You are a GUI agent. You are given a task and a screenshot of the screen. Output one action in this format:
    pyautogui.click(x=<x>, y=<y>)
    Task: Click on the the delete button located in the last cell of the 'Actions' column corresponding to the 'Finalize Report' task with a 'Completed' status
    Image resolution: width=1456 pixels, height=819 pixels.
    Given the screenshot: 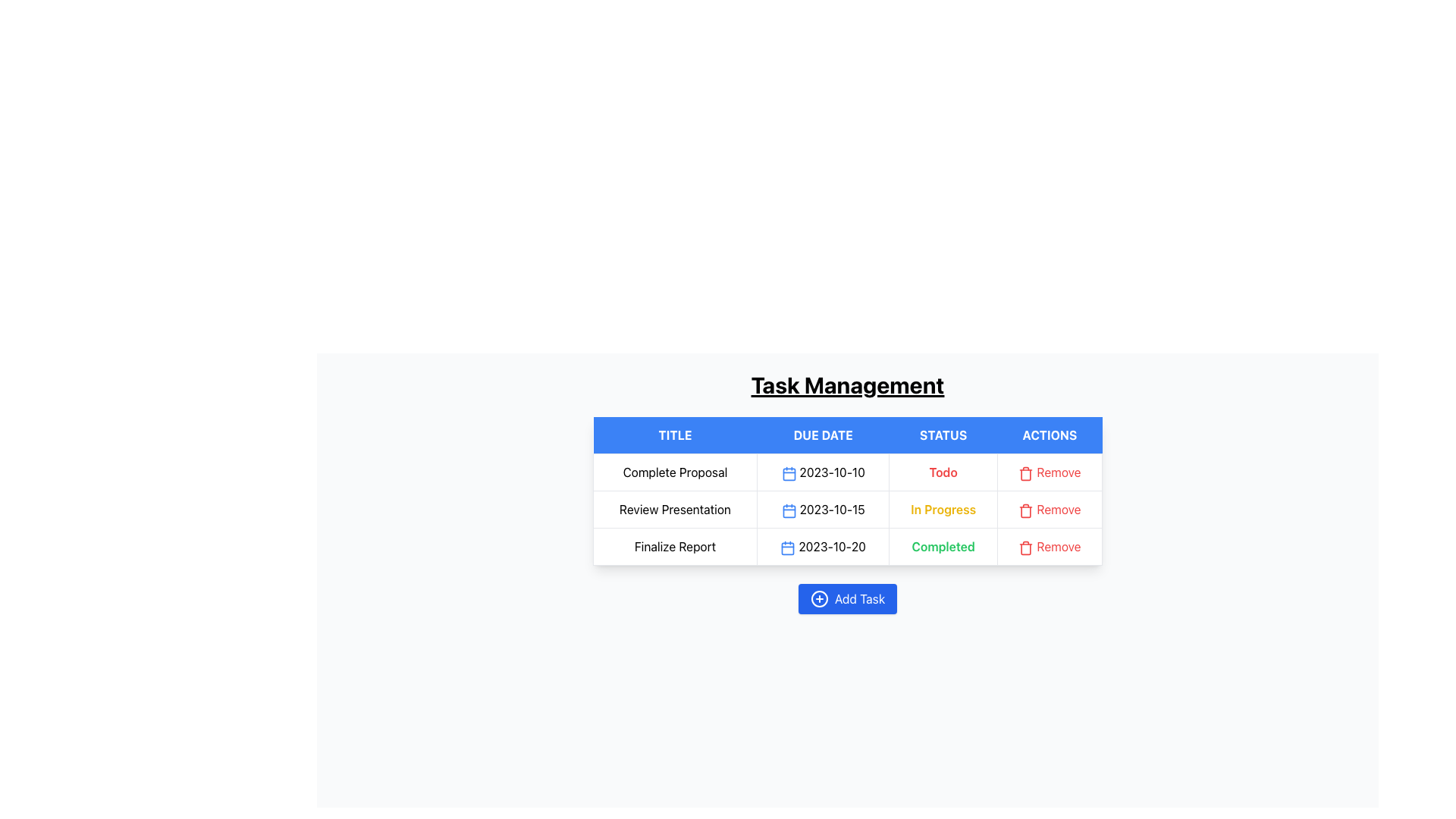 What is the action you would take?
    pyautogui.click(x=1048, y=547)
    